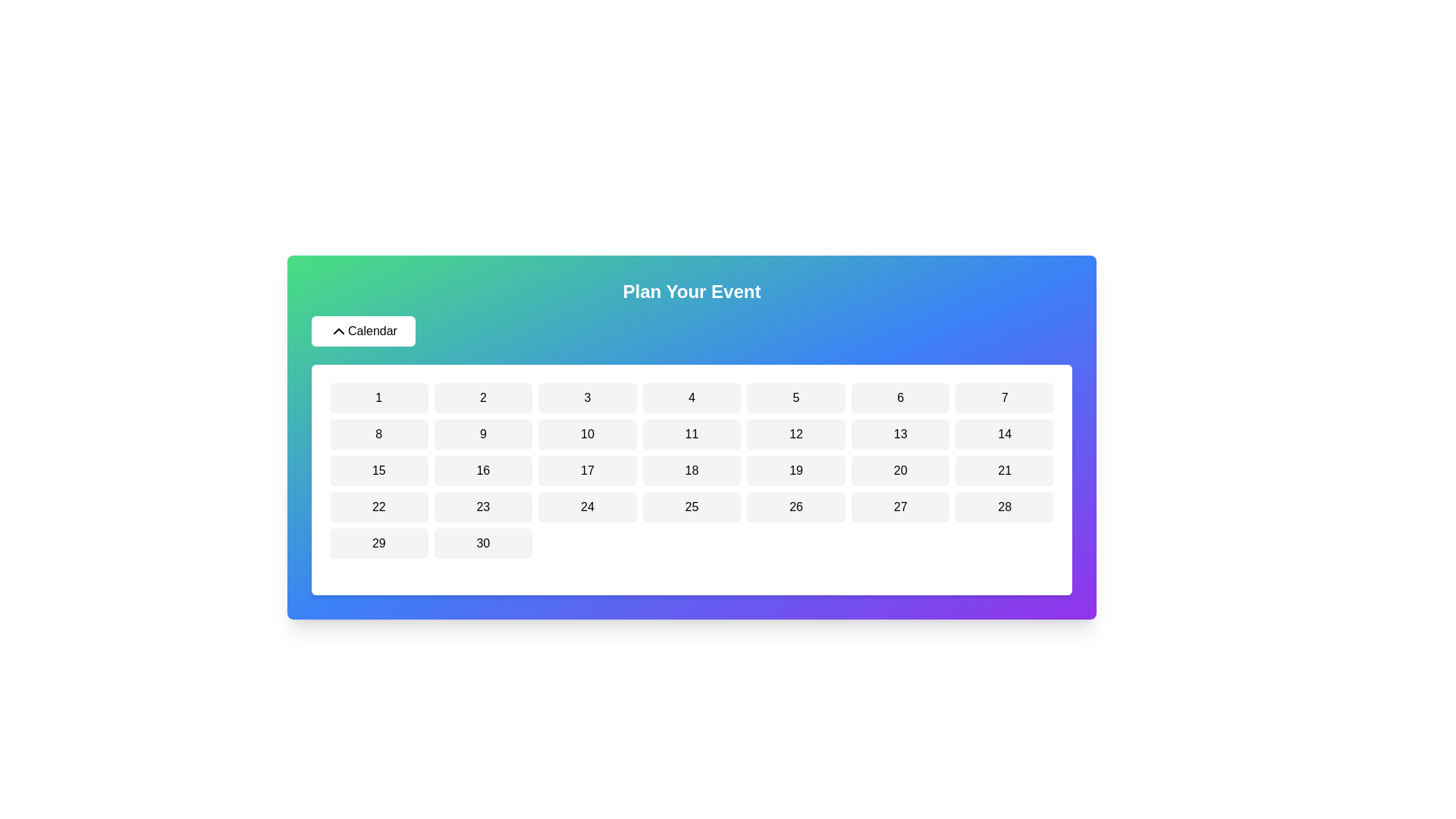 This screenshot has height=819, width=1456. I want to click on the rectangular button labeled '13' with a light gray background, so click(900, 435).